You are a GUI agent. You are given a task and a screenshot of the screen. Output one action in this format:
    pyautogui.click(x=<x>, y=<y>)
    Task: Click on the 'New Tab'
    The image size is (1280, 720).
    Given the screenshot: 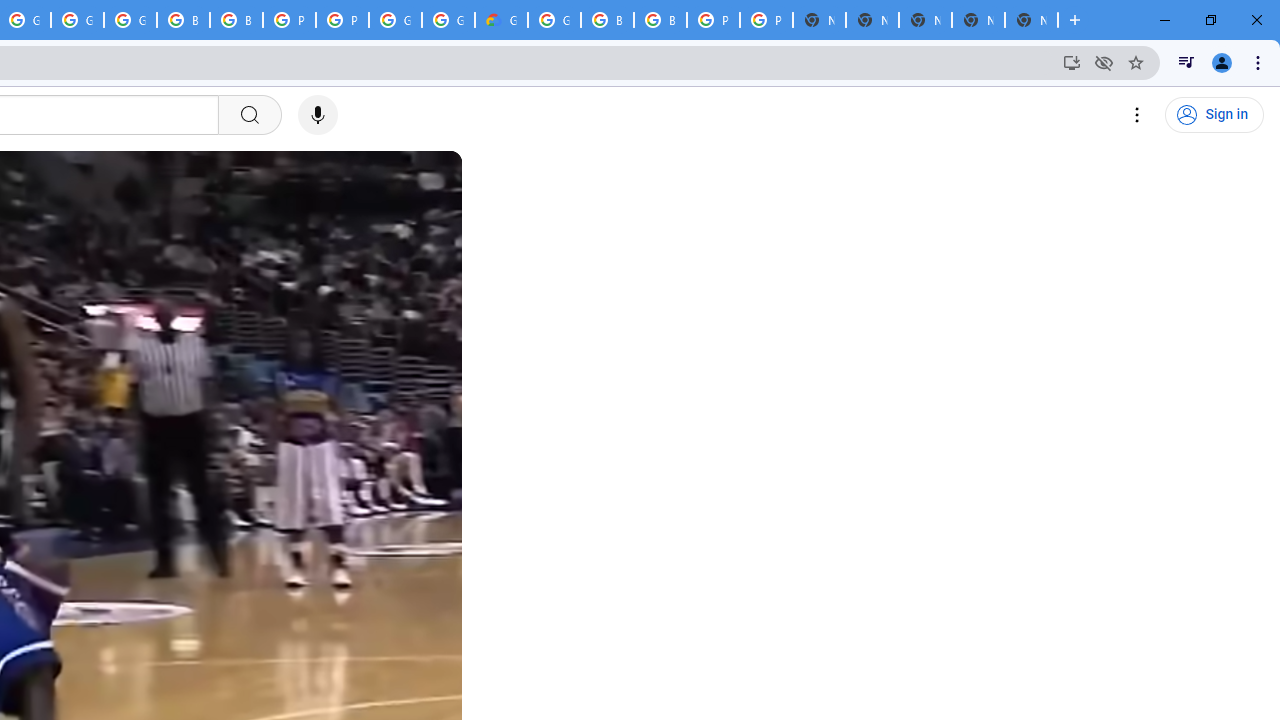 What is the action you would take?
    pyautogui.click(x=1031, y=20)
    